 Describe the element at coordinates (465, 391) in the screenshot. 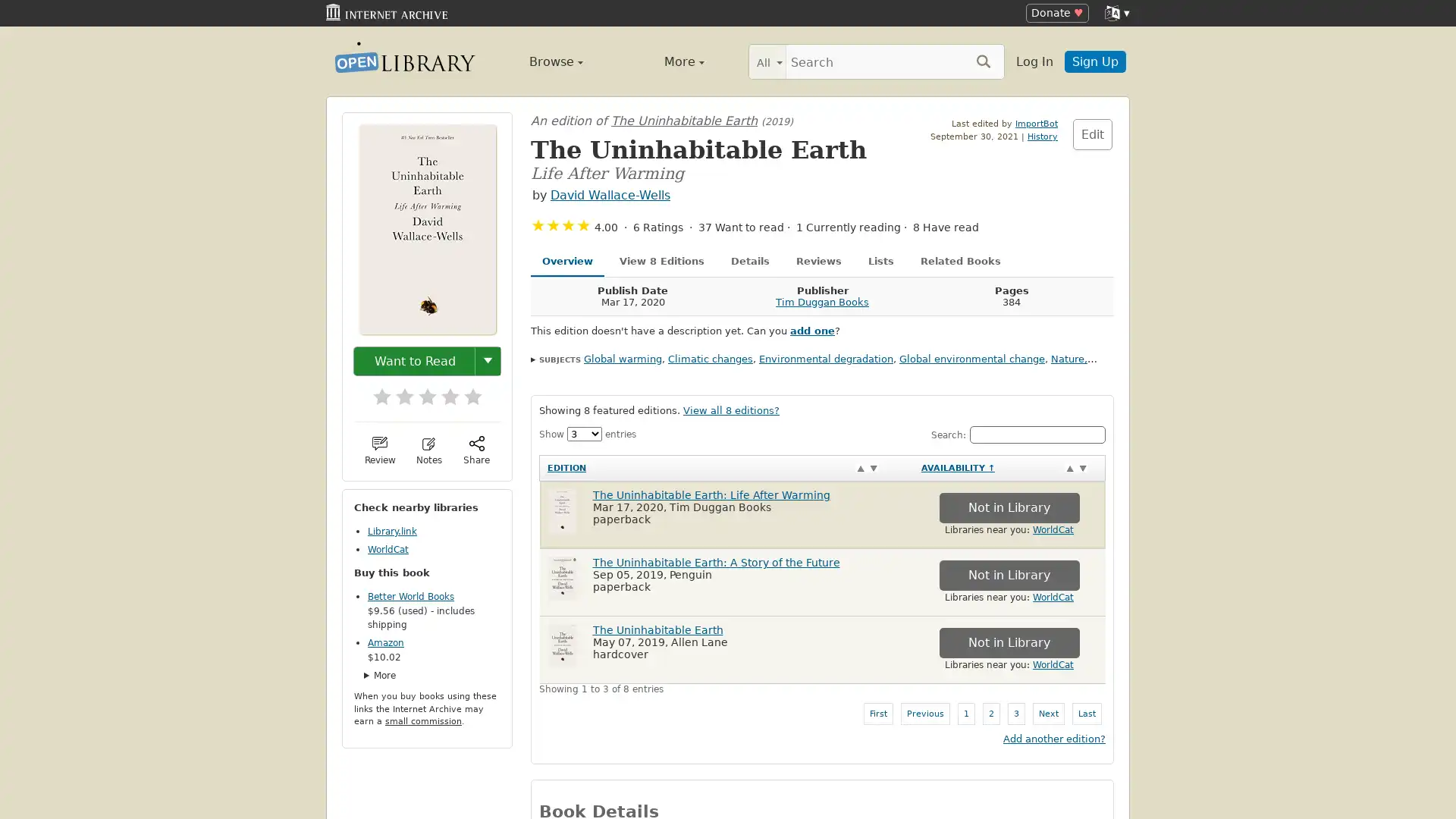

I see `5` at that location.